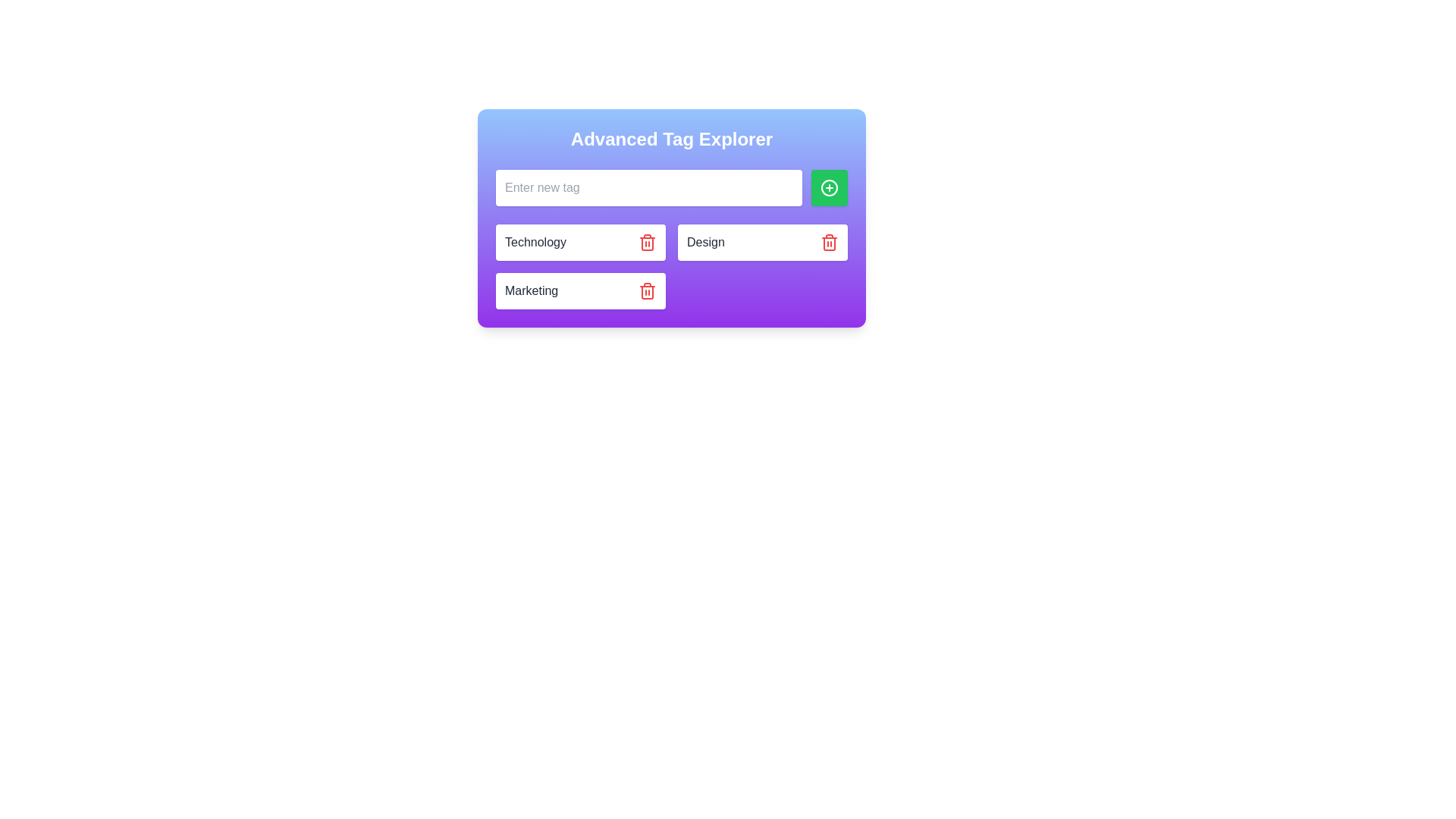 This screenshot has width=1456, height=819. What do you see at coordinates (829, 242) in the screenshot?
I see `keyboard navigation` at bounding box center [829, 242].